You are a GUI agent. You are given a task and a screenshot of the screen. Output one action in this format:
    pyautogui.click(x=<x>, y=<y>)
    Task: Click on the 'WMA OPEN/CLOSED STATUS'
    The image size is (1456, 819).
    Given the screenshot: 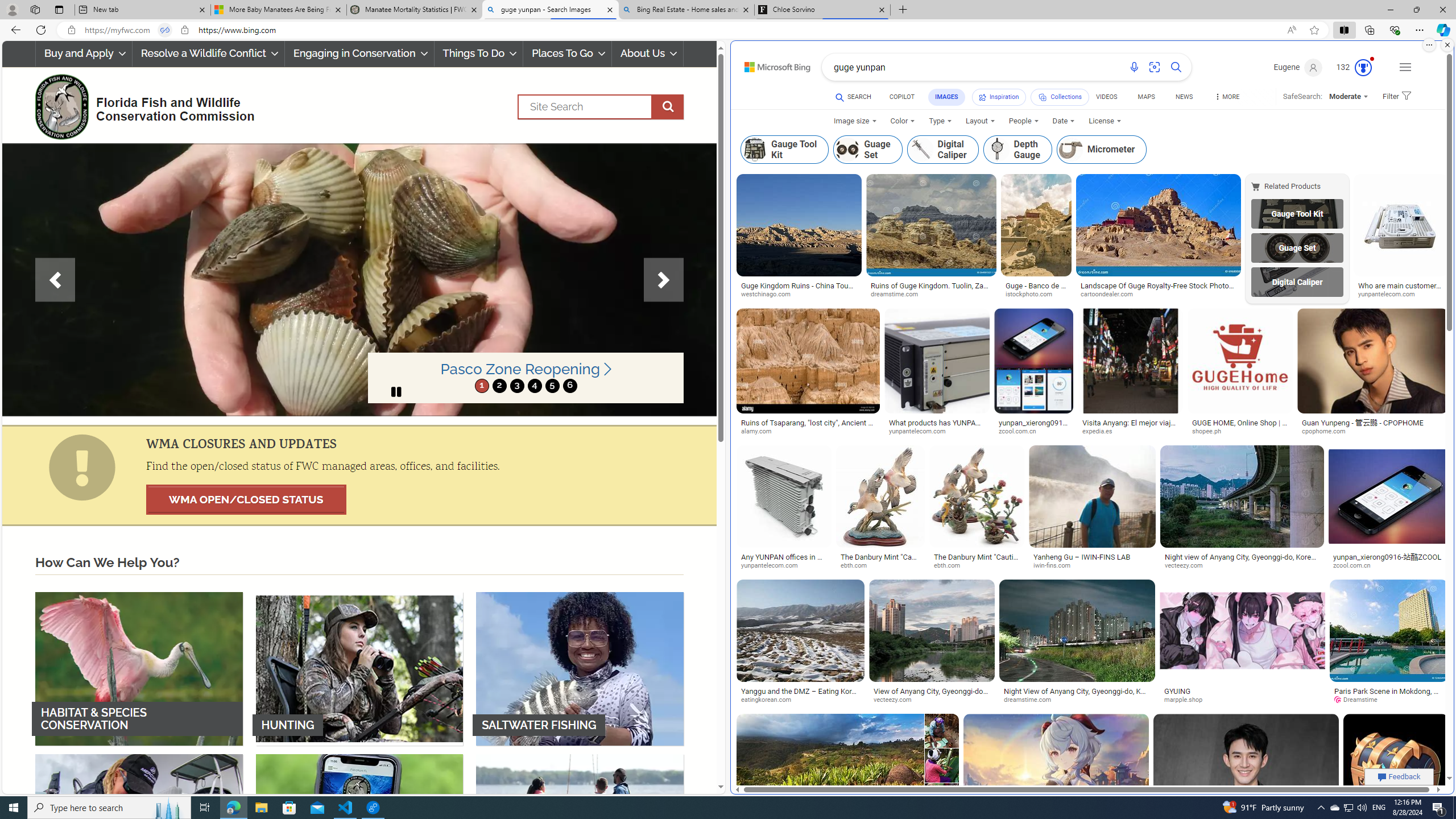 What is the action you would take?
    pyautogui.click(x=246, y=499)
    